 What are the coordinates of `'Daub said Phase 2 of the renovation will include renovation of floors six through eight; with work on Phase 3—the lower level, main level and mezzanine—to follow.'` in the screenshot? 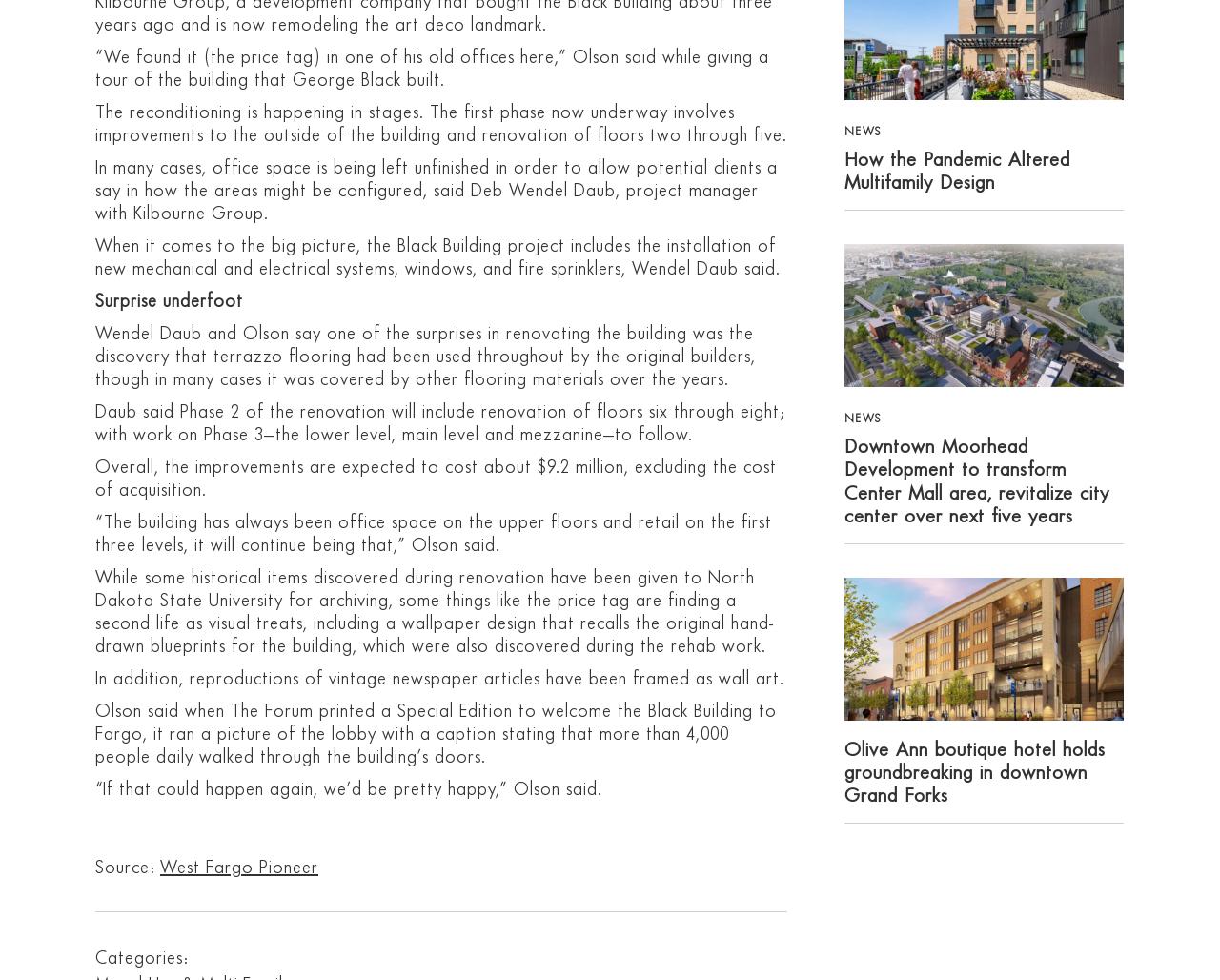 It's located at (438, 422).